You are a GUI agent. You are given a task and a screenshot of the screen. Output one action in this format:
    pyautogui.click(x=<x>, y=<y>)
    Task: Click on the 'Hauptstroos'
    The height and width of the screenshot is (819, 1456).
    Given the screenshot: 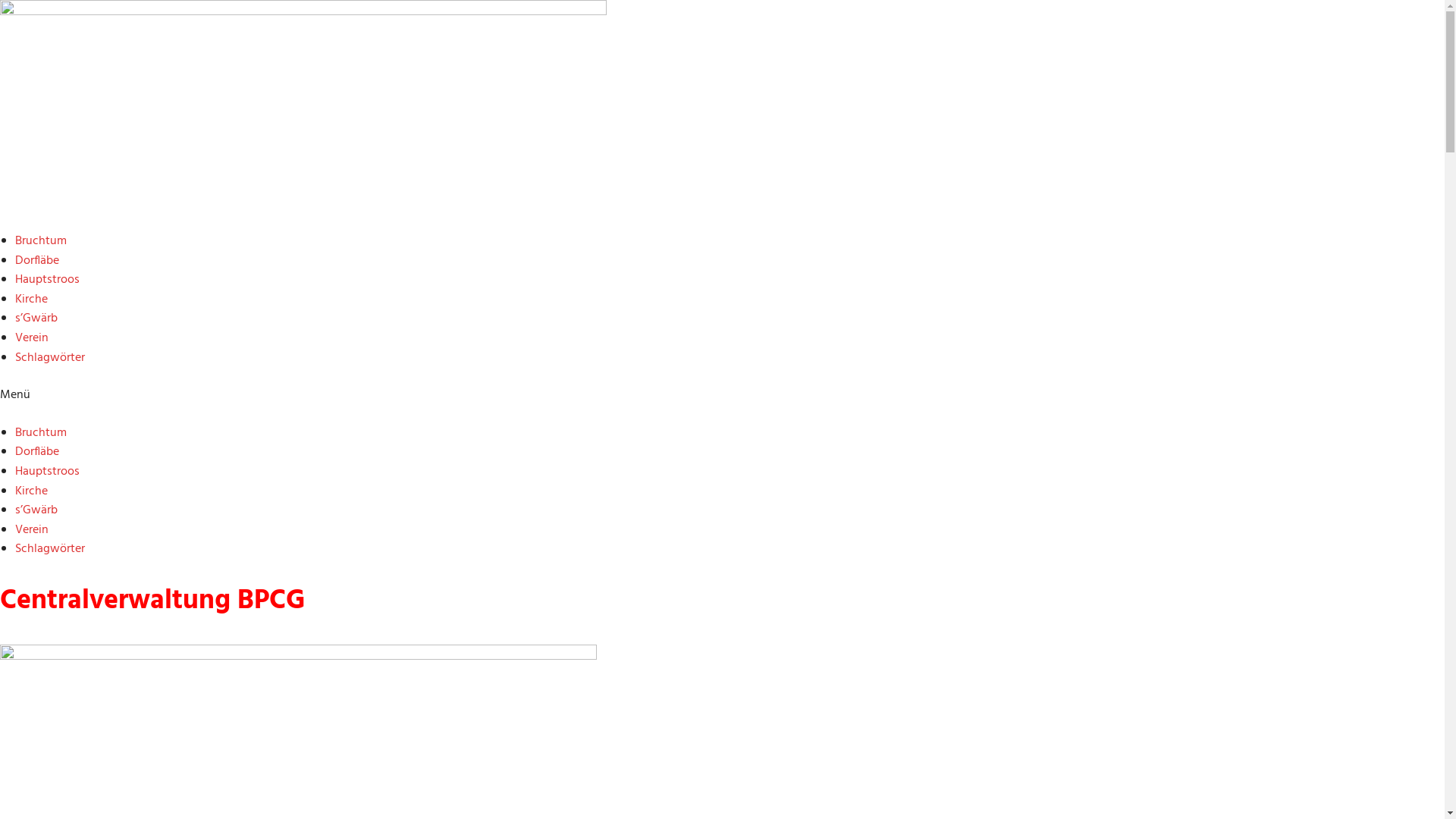 What is the action you would take?
    pyautogui.click(x=14, y=470)
    